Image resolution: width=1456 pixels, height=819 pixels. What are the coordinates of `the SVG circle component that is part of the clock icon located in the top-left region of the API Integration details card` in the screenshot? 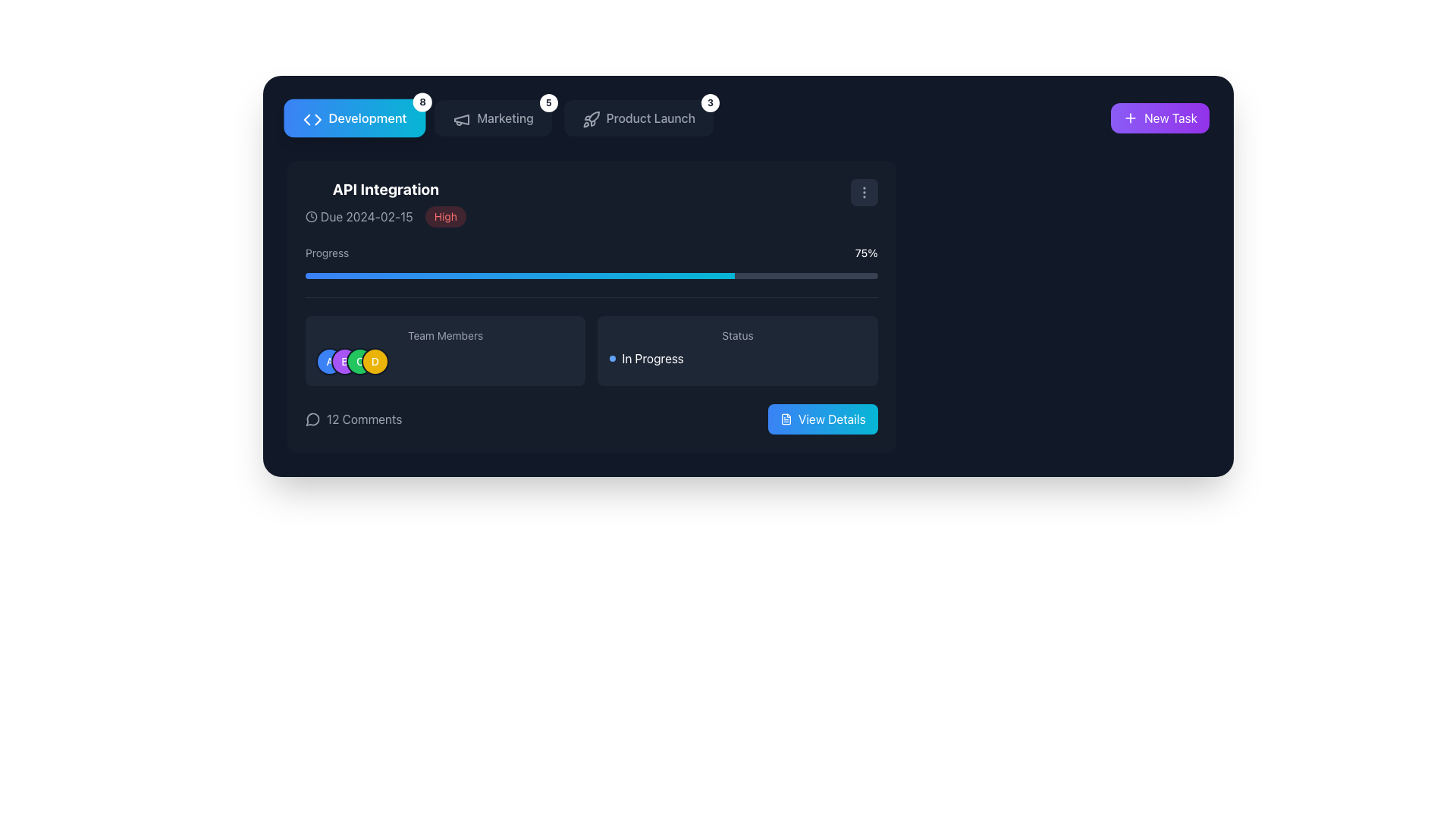 It's located at (311, 216).